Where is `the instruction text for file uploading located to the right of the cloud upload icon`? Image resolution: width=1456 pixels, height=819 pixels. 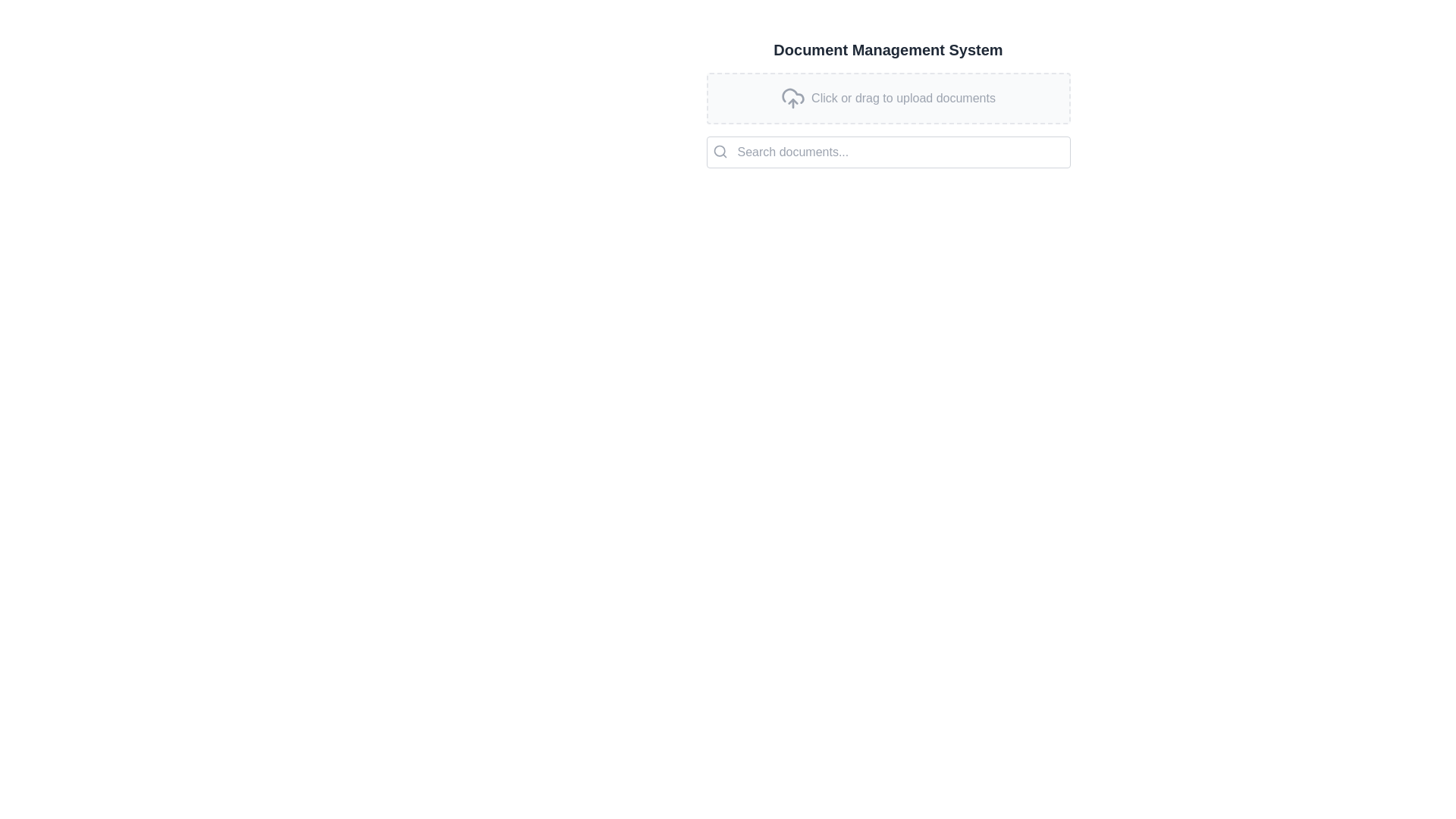 the instruction text for file uploading located to the right of the cloud upload icon is located at coordinates (903, 99).